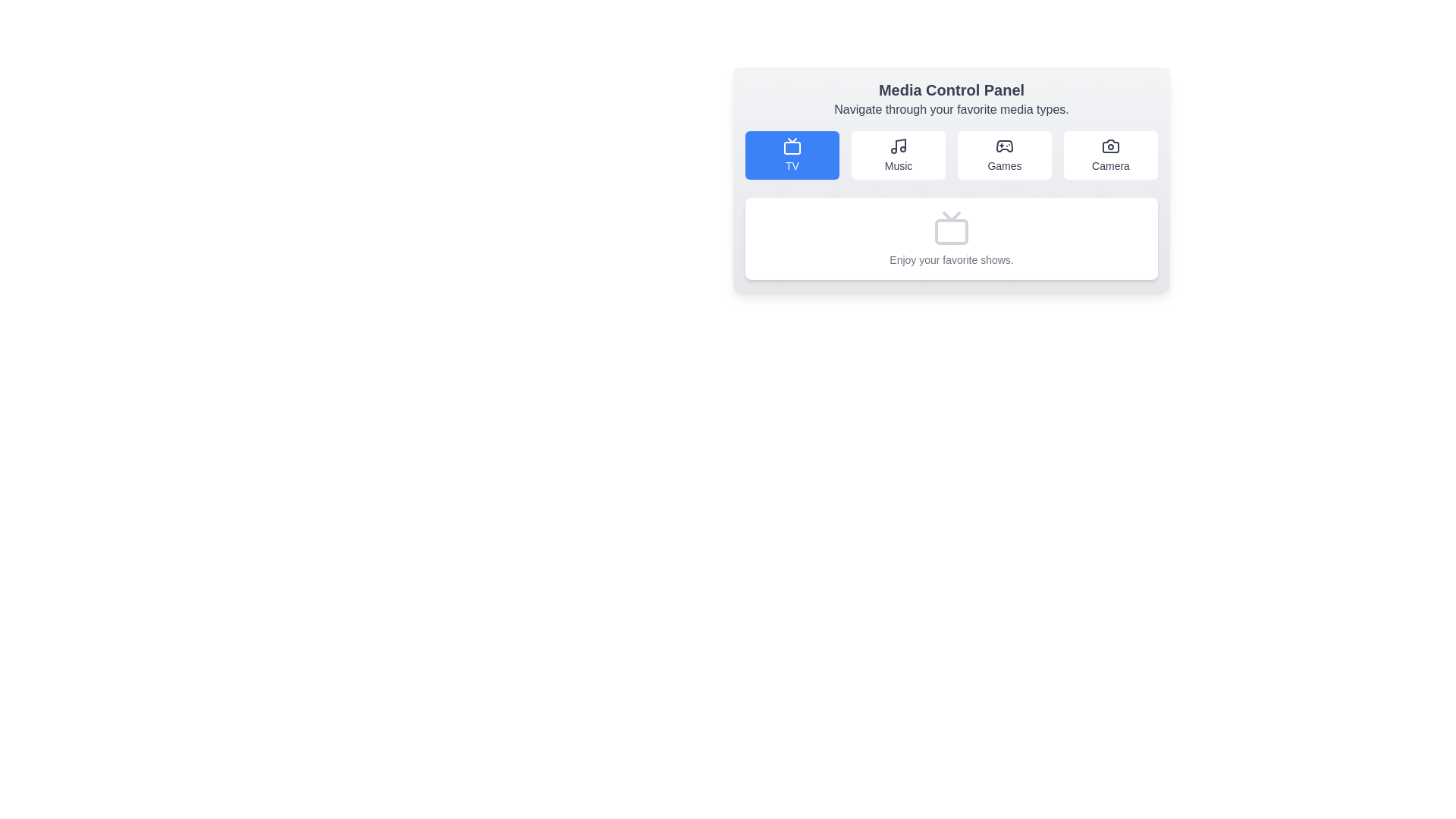  Describe the element at coordinates (1110, 146) in the screenshot. I see `the camera SVG icon located in the media control panel, which is the last button in a row of four buttons, visually representing the camera functionality` at that location.